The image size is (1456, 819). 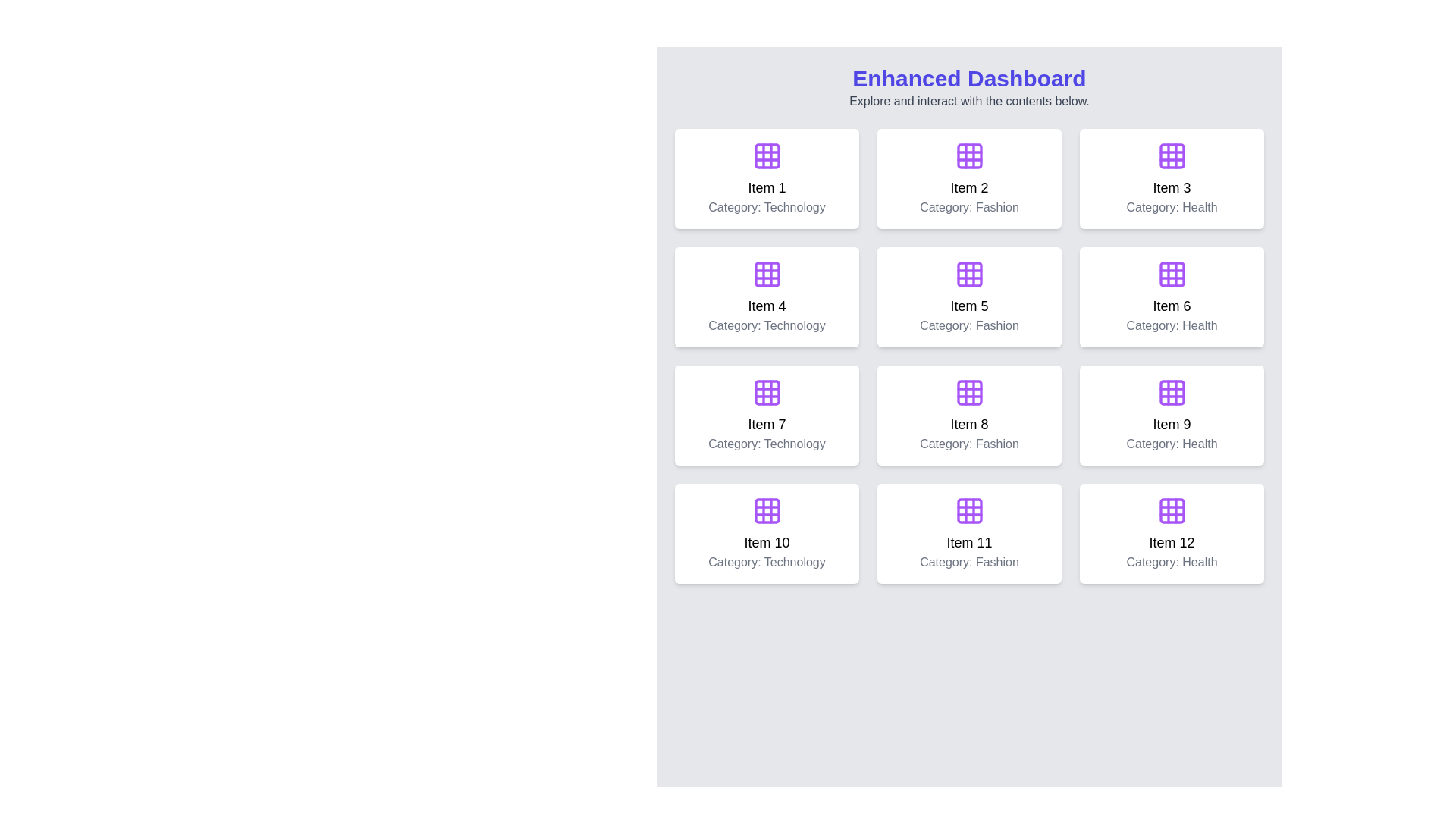 What do you see at coordinates (1171, 275) in the screenshot?
I see `the central grid cell component within the grid icon represented by 'Item 6' to trigger its action` at bounding box center [1171, 275].